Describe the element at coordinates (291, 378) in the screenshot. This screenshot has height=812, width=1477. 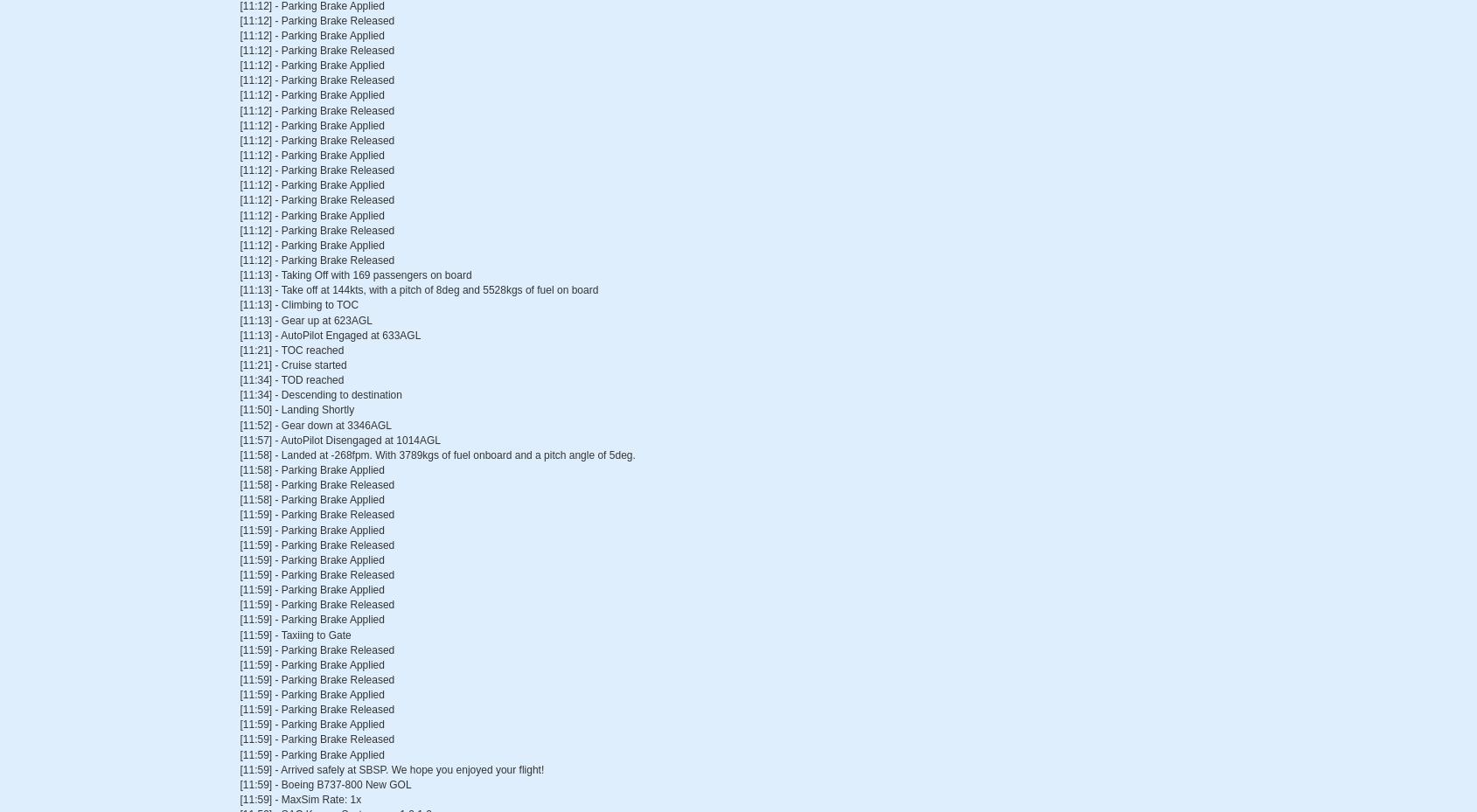
I see `'[11:34] - TOD reached'` at that location.